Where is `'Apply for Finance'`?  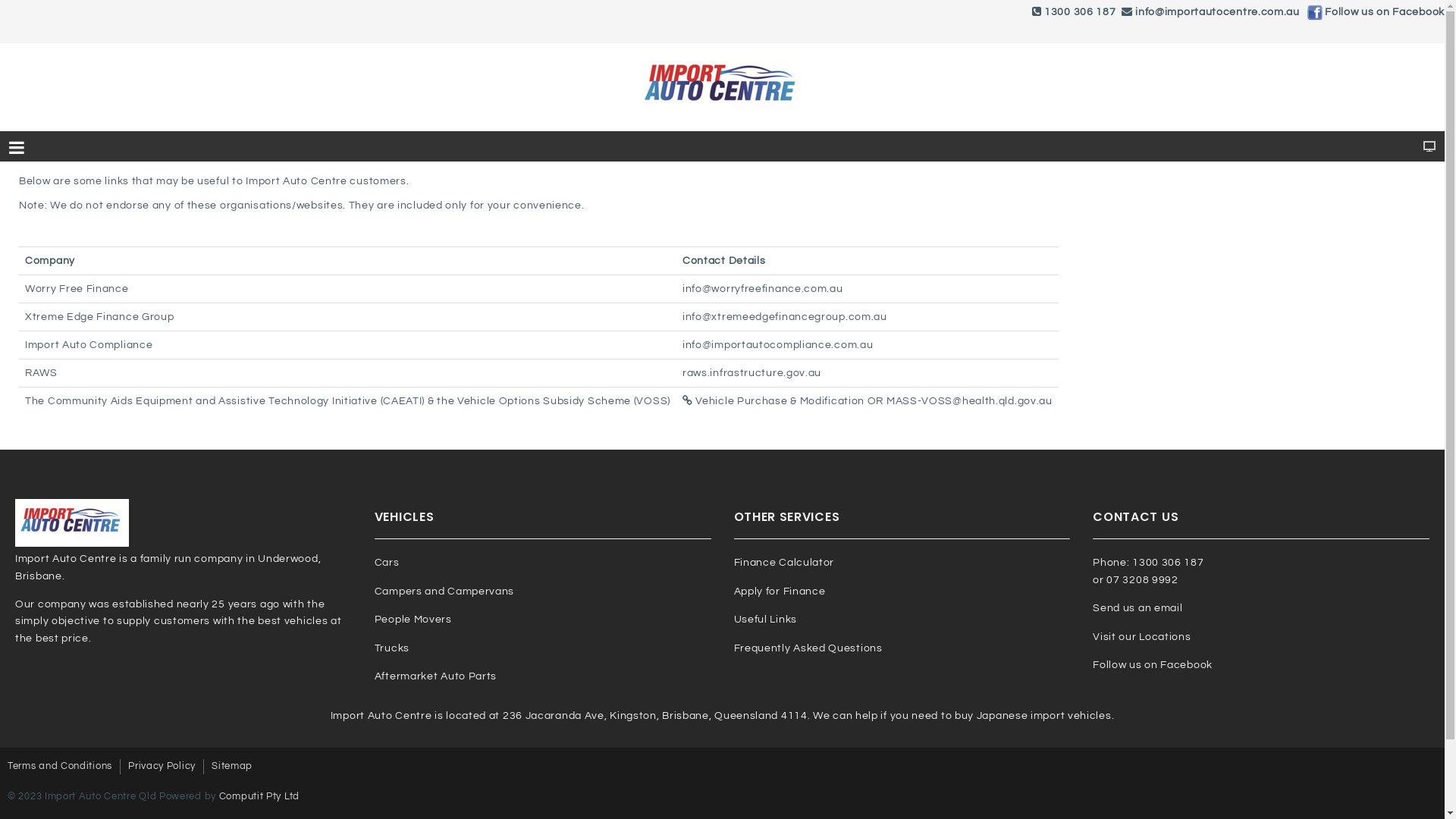
'Apply for Finance' is located at coordinates (780, 590).